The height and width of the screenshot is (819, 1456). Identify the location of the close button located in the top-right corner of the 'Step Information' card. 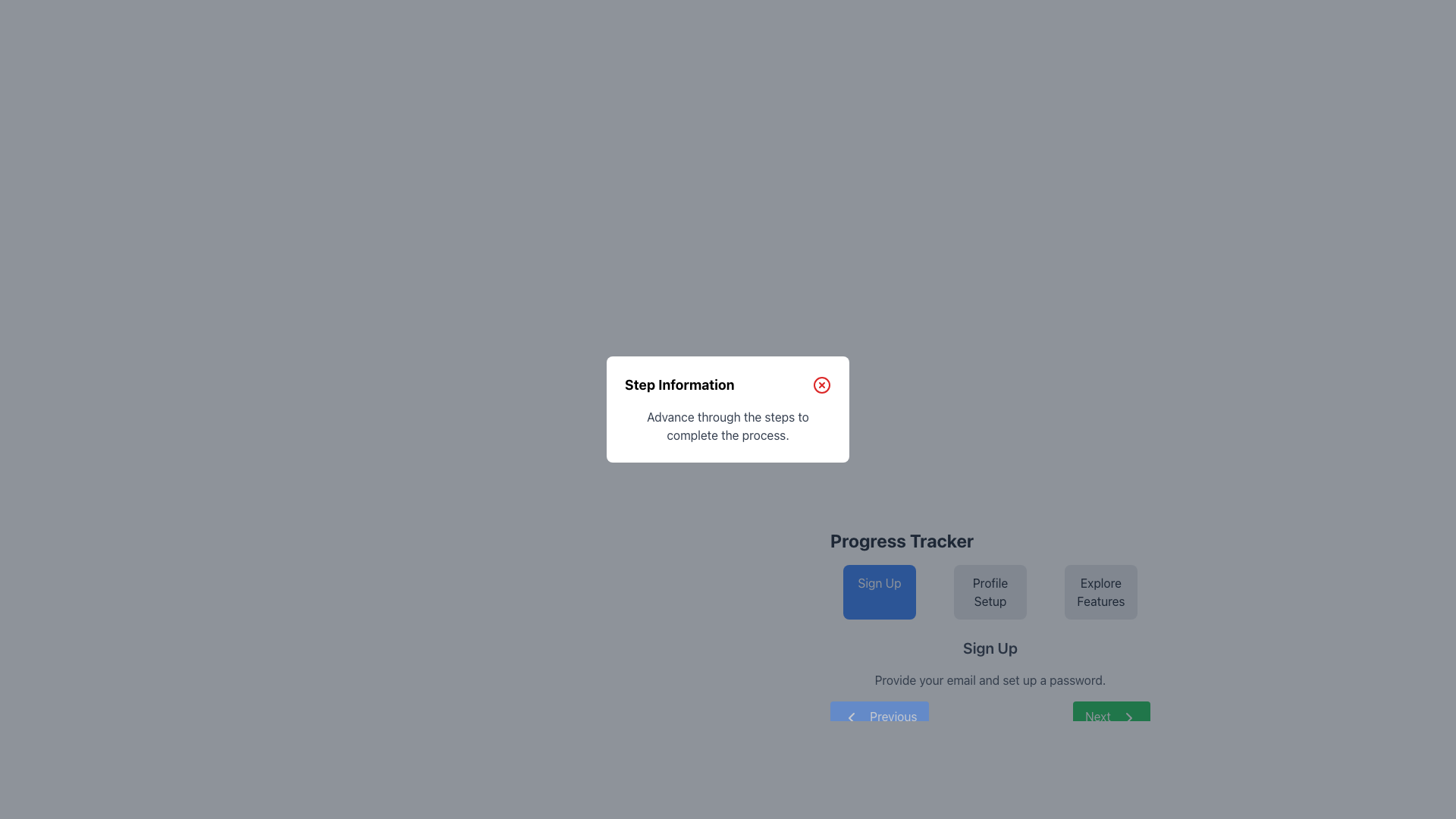
(821, 384).